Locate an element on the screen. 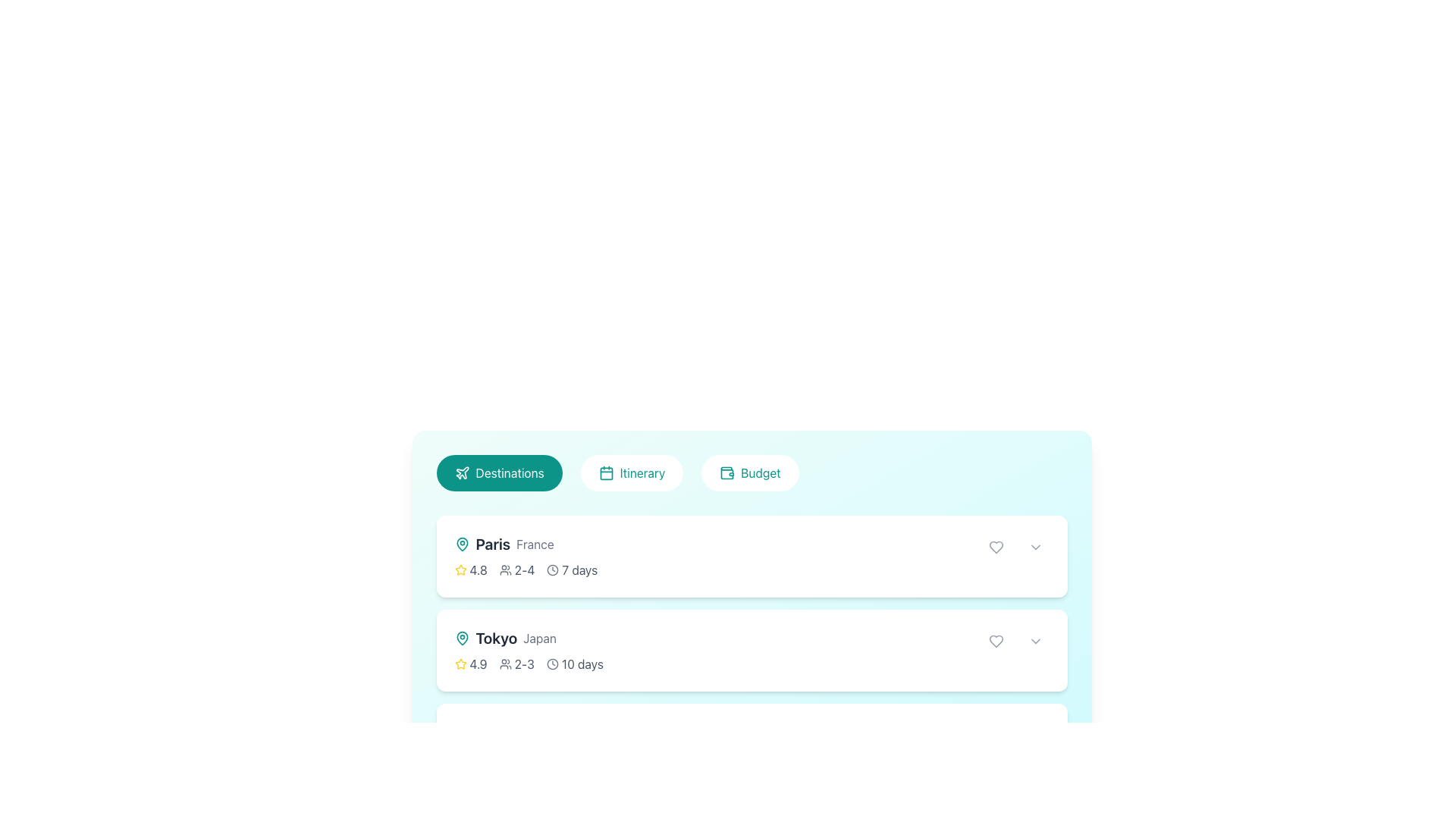 Image resolution: width=1456 pixels, height=819 pixels. the informational text label indicating the duration associated with the current list entry, located below the rating stars and group size icons in the first entry of the list is located at coordinates (579, 570).